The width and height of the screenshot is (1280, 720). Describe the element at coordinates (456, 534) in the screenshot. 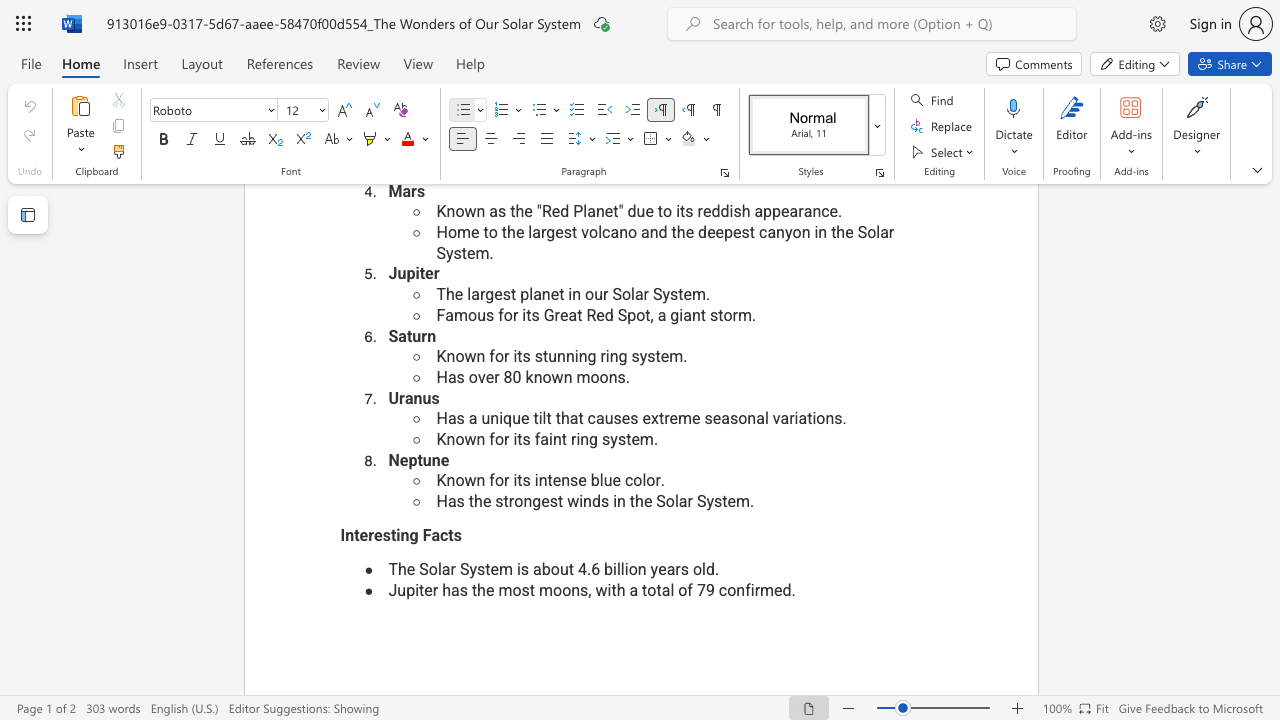

I see `the 2th character "s" in the text` at that location.